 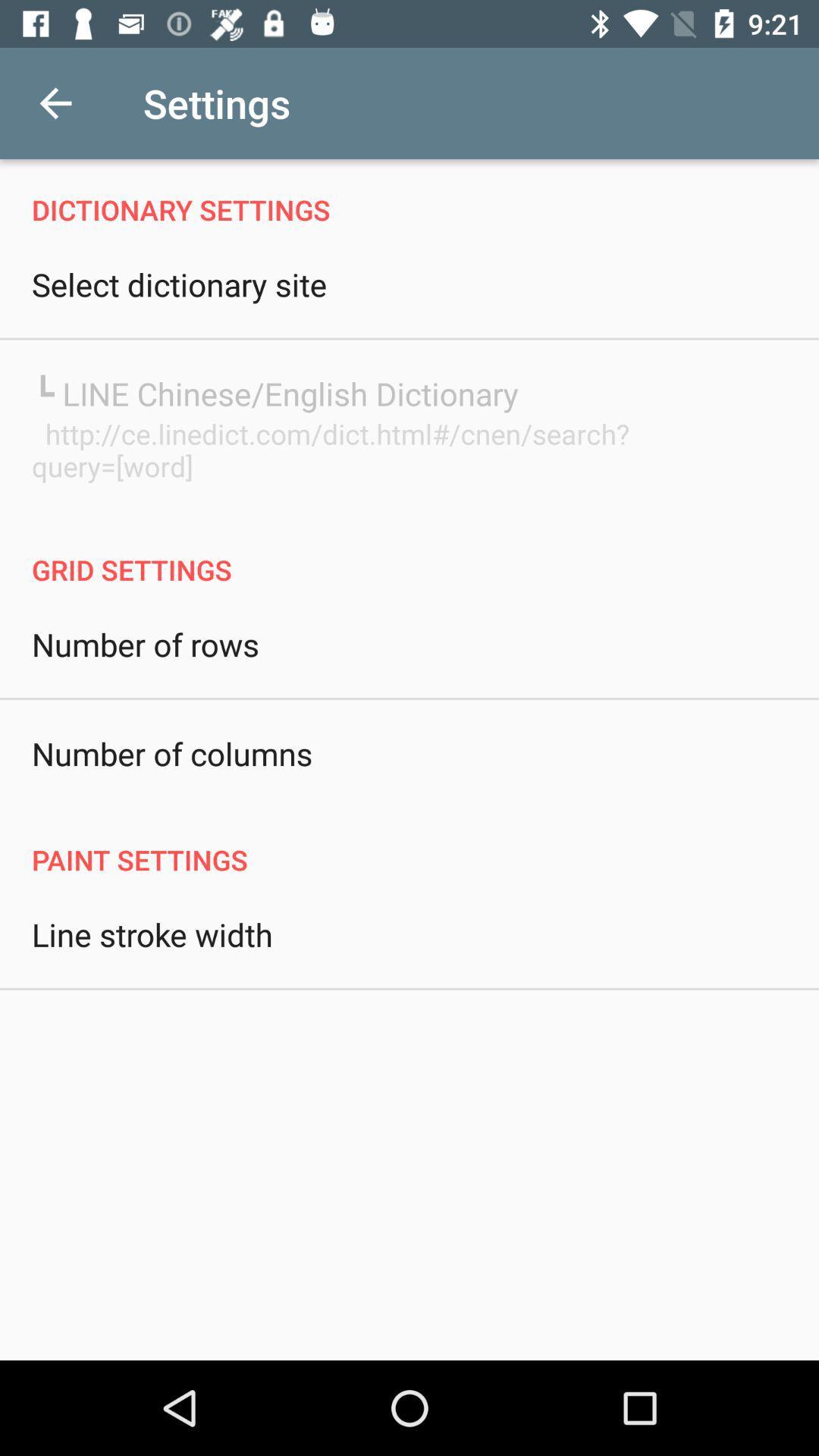 What do you see at coordinates (409, 553) in the screenshot?
I see `the icon above the number of rows icon` at bounding box center [409, 553].